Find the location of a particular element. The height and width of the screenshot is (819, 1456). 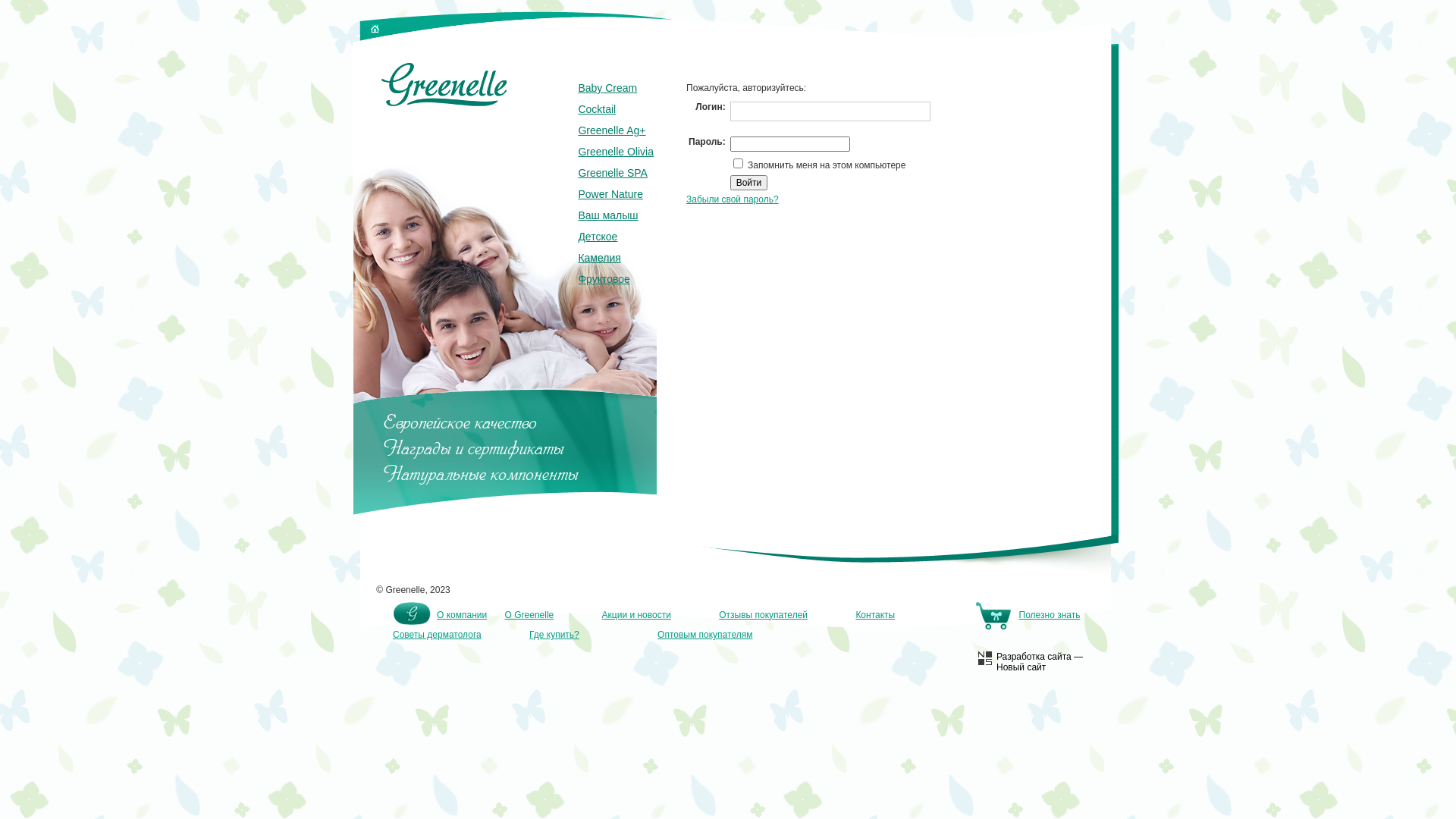

'Greenelle SPA' is located at coordinates (615, 171).